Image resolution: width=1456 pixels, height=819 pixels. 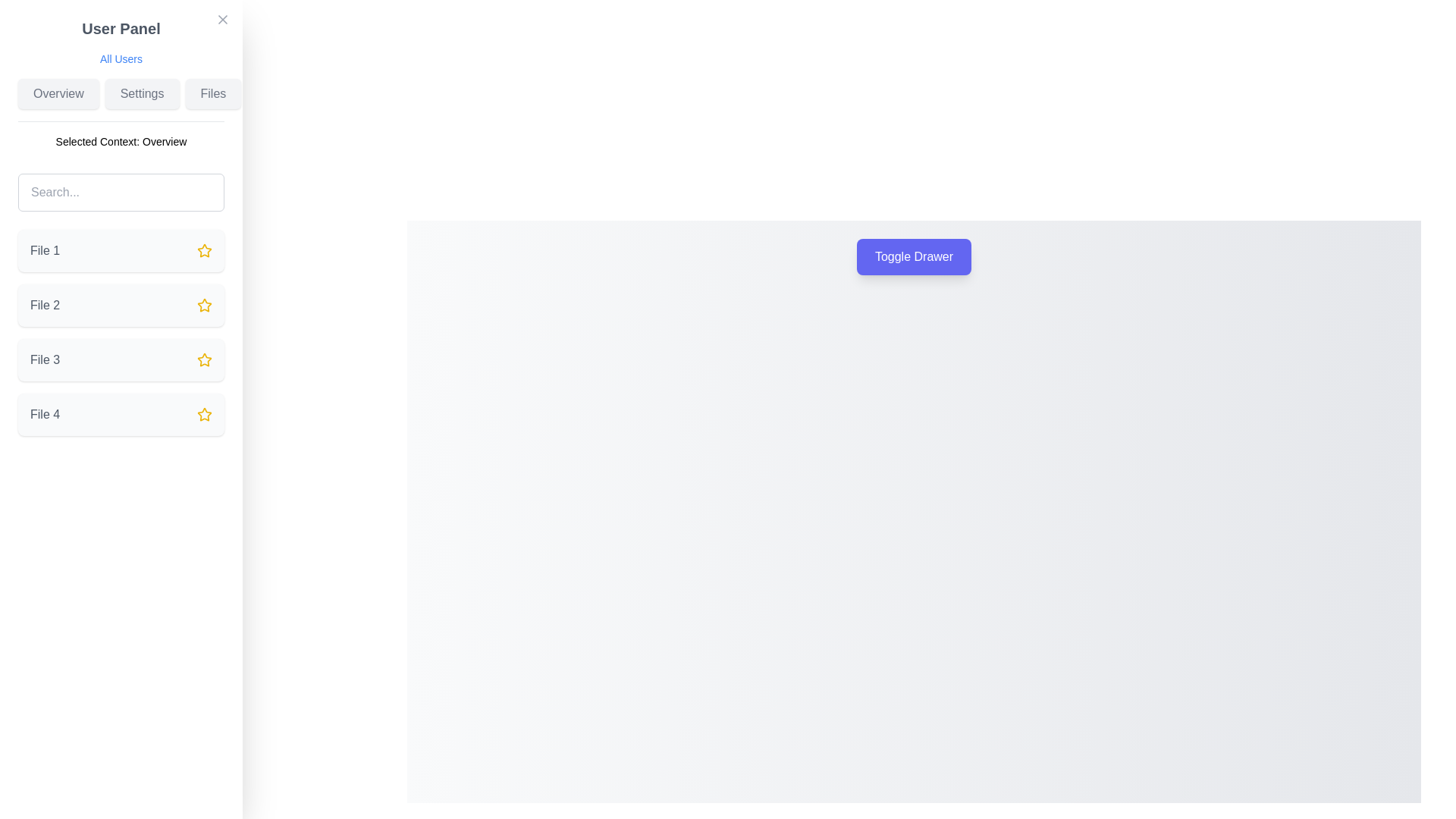 I want to click on the gray text label displaying 'File 4', so click(x=45, y=415).